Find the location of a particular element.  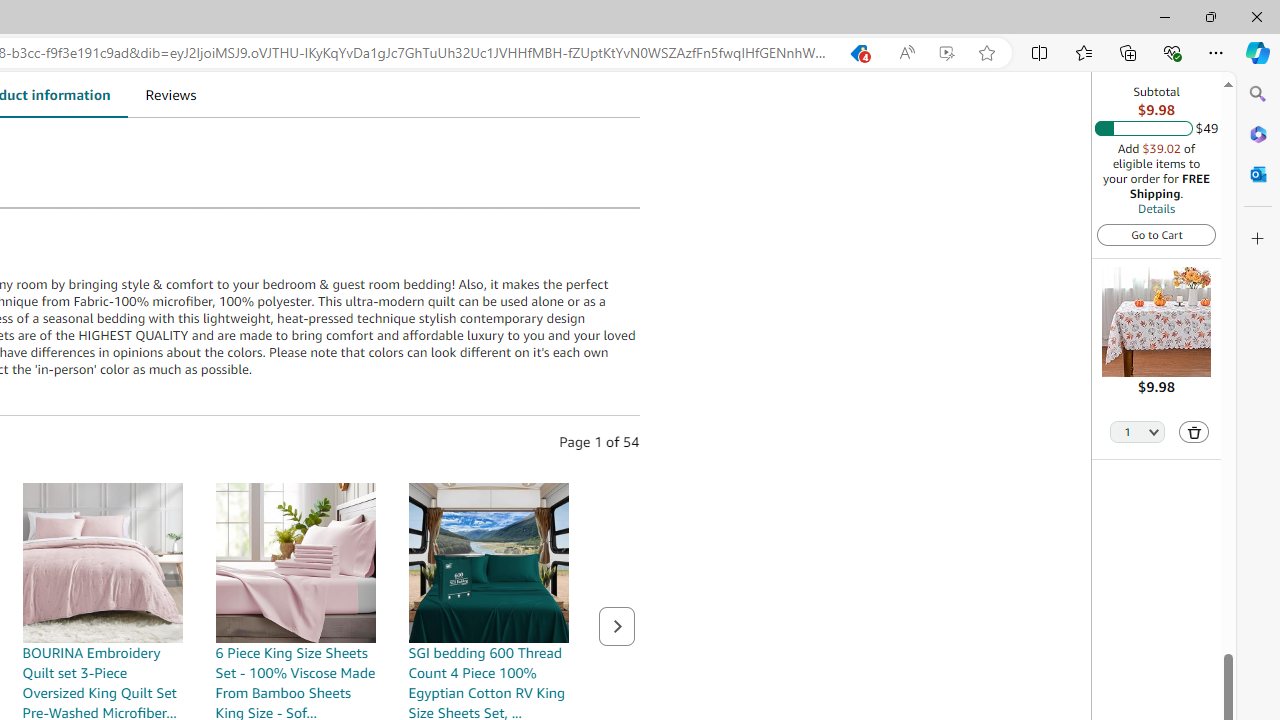

'Shopping in Microsoft Edge' is located at coordinates (858, 52).